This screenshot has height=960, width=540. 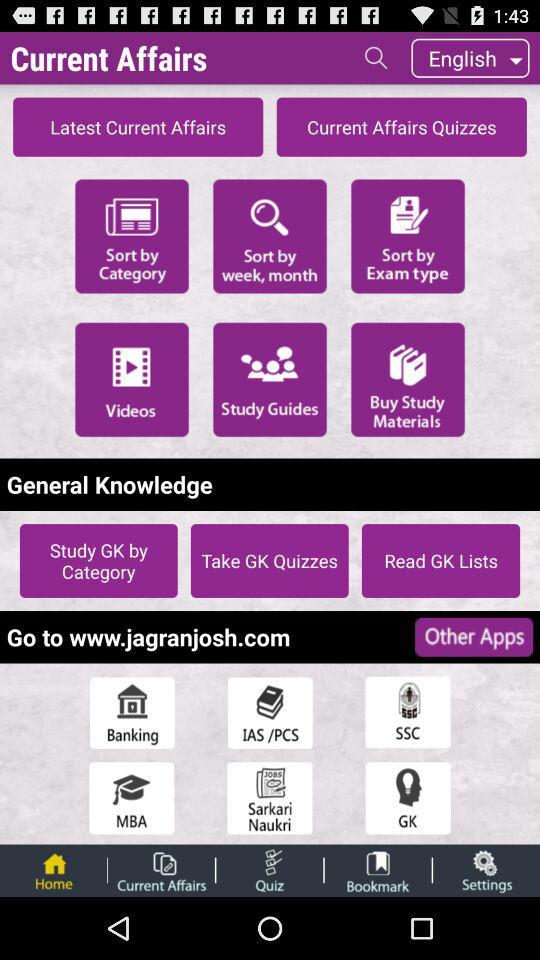 I want to click on the icon above the general knowledge item, so click(x=270, y=378).